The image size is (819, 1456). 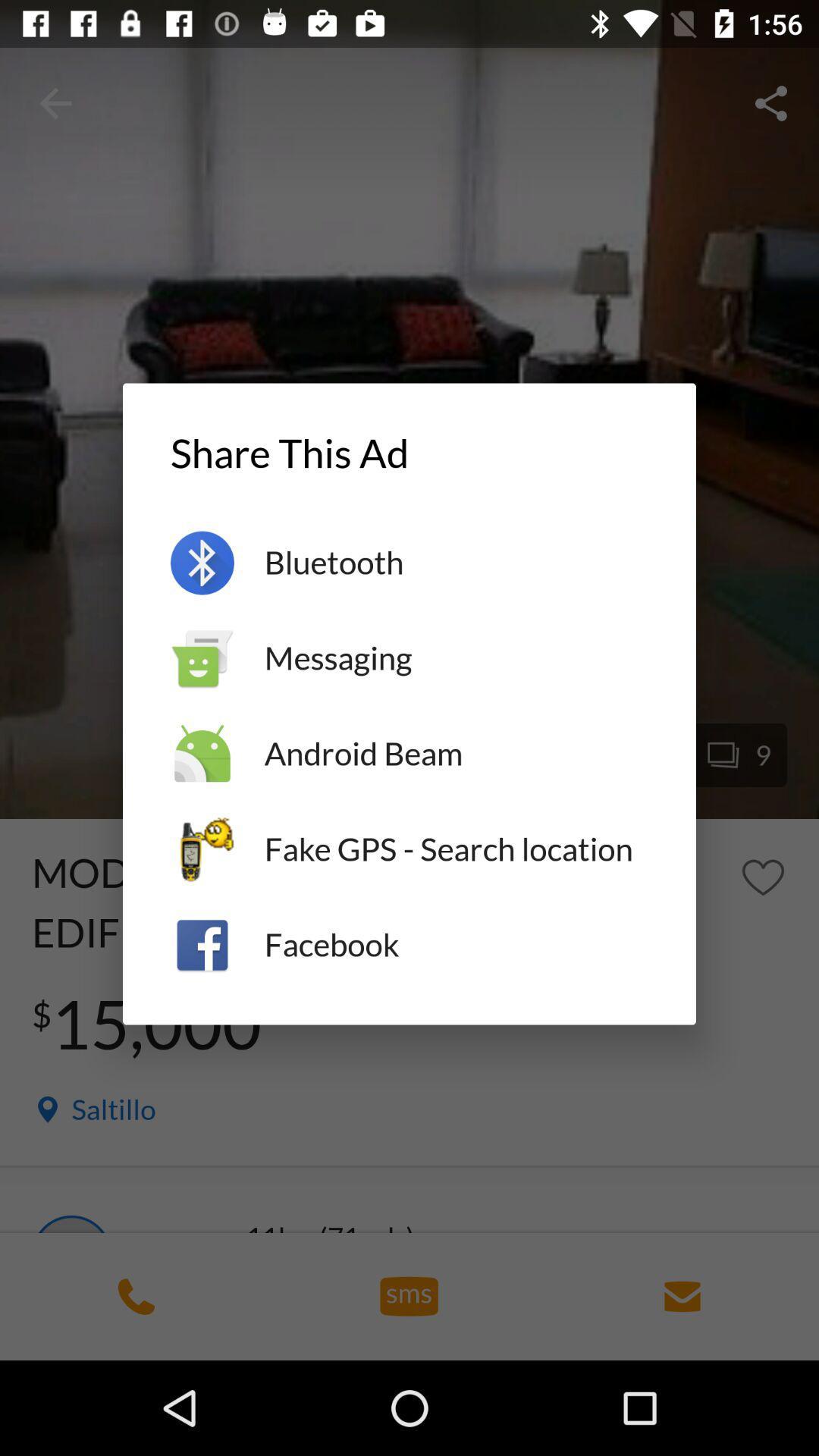 I want to click on the item below bluetooth item, so click(x=455, y=658).